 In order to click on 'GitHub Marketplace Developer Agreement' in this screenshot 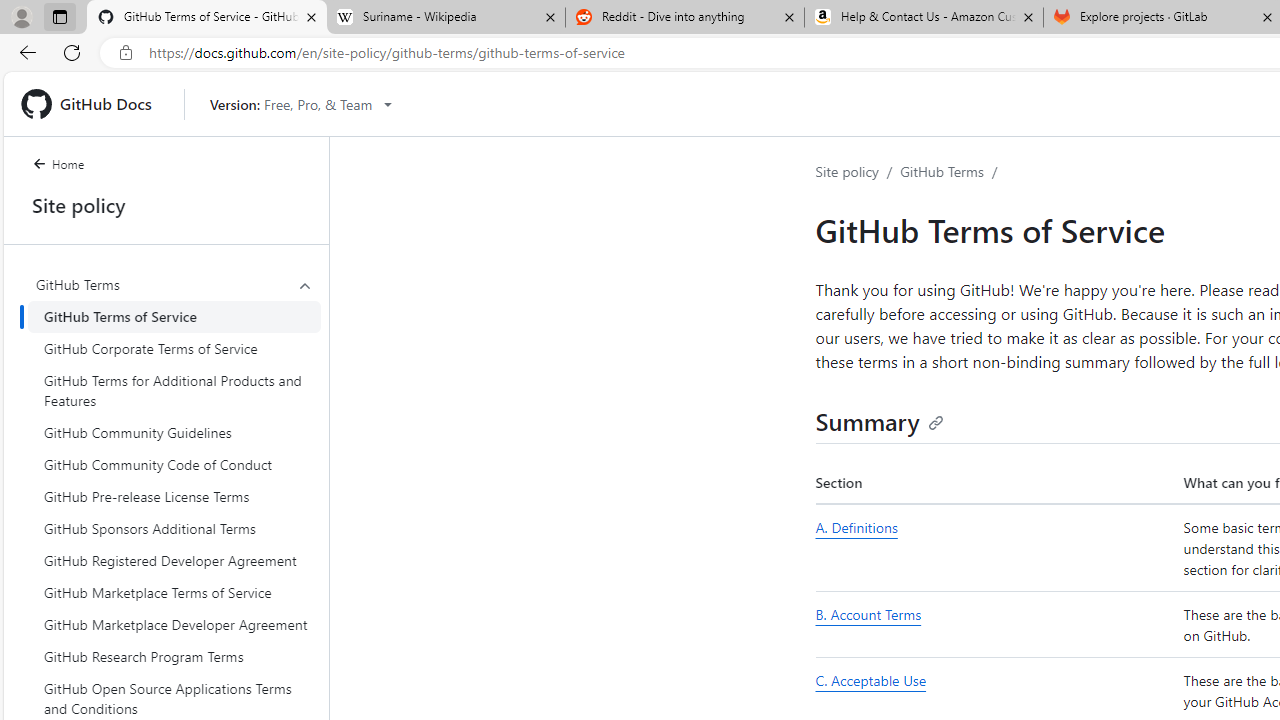, I will do `click(174, 623)`.